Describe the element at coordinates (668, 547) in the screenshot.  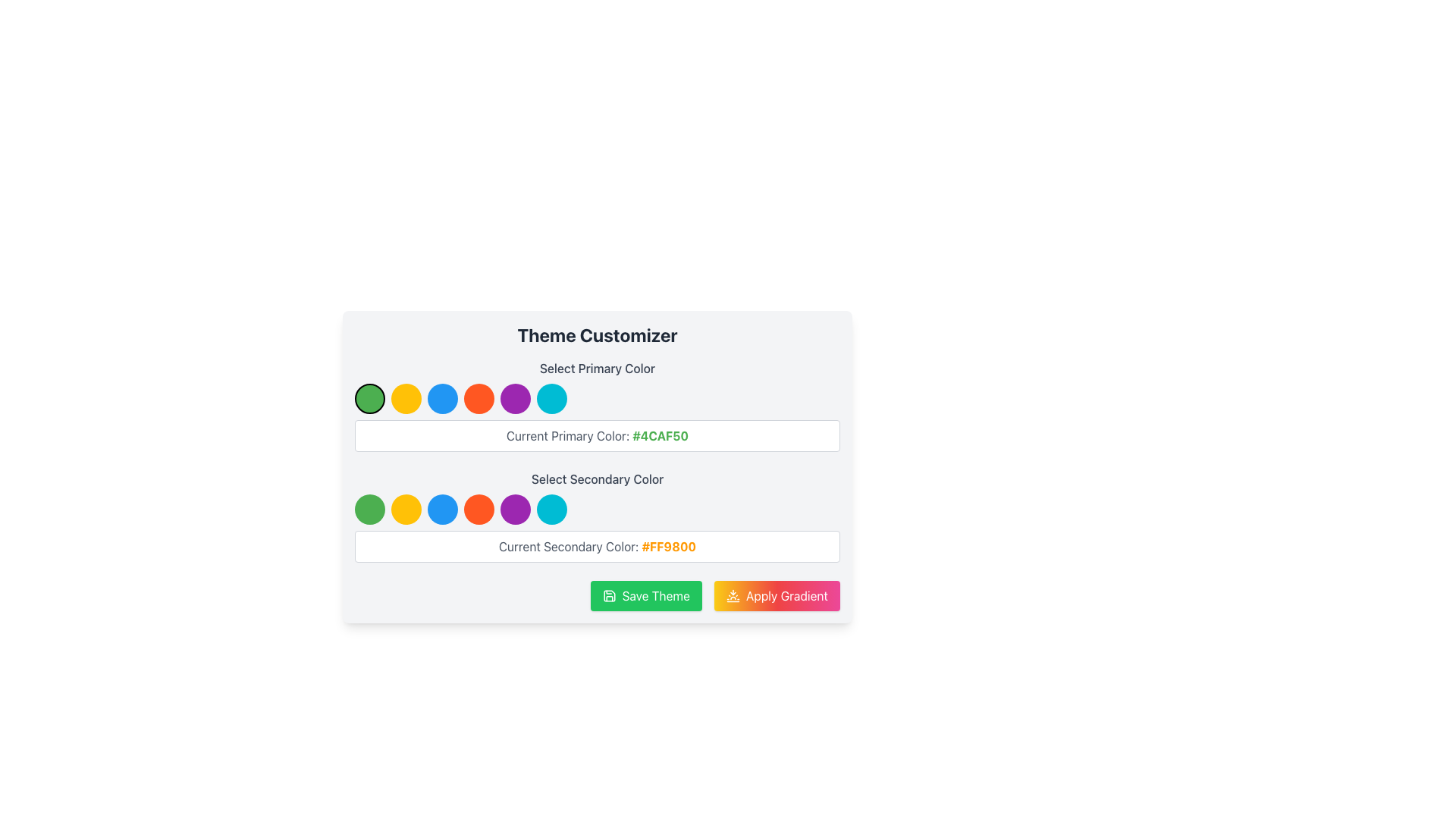
I see `the text label displaying the currently selected secondary color code in the theme customization UI, located to the right of 'Current Secondary Color:'` at that location.